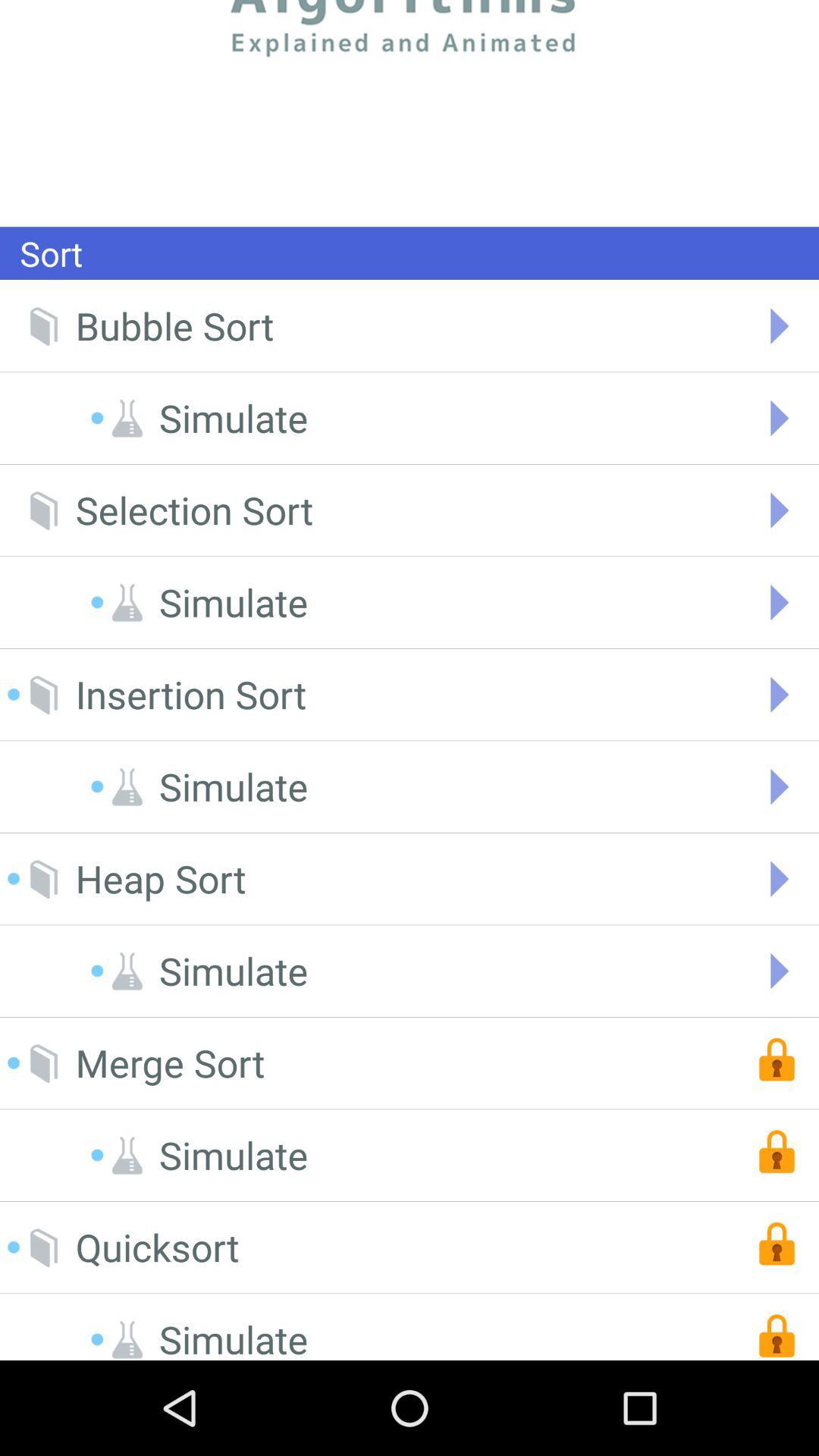  What do you see at coordinates (157, 1247) in the screenshot?
I see `item below simulate` at bounding box center [157, 1247].